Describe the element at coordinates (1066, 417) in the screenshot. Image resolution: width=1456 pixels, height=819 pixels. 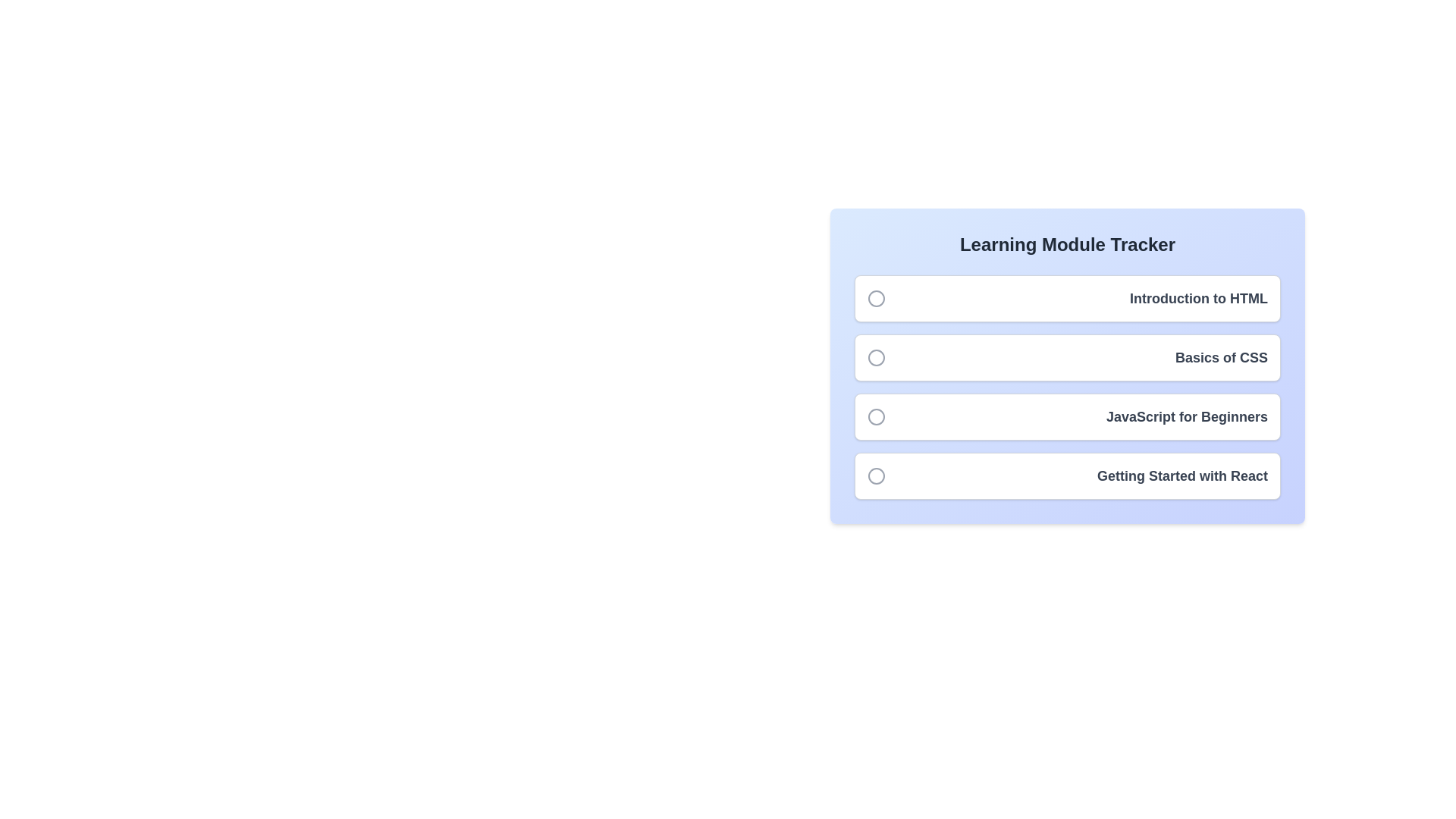
I see `the list item displaying 'JavaScript for Beginners' under the 'Learning Module Tracker' section` at that location.